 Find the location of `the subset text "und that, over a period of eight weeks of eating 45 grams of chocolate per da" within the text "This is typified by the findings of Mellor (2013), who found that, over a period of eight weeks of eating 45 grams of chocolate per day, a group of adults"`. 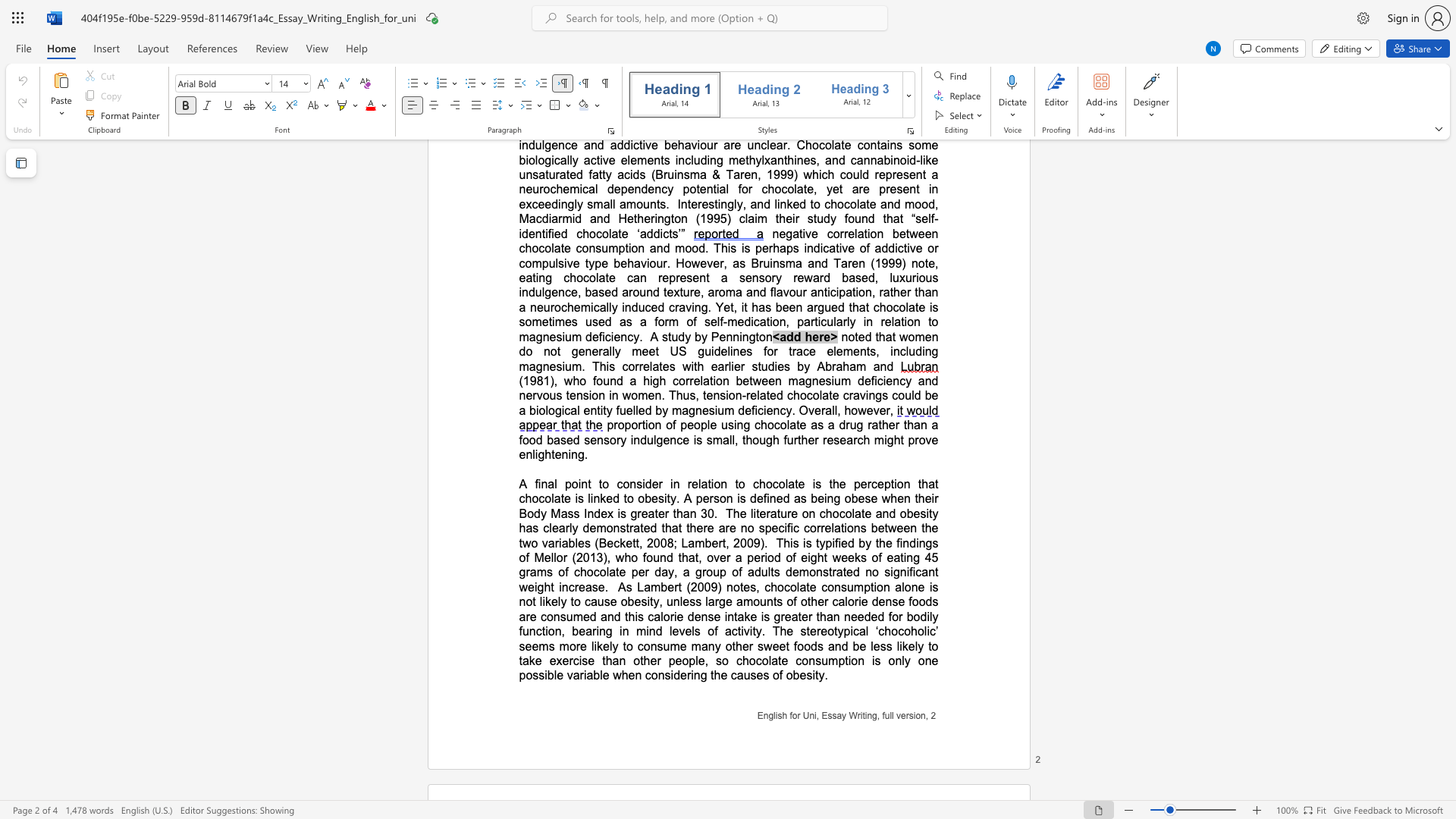

the subset text "und that, over a period of eight weeks of eating 45 grams of chocolate per da" within the text "This is typified by the findings of Mellor (2013), who found that, over a period of eight weeks of eating 45 grams of chocolate per day, a group of adults" is located at coordinates (653, 557).